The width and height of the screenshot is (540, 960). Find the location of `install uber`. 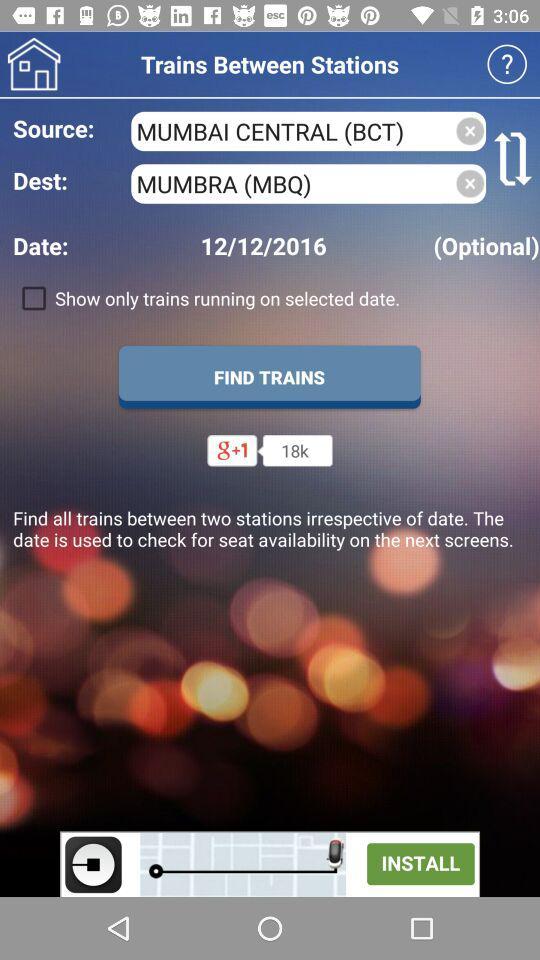

install uber is located at coordinates (270, 863).